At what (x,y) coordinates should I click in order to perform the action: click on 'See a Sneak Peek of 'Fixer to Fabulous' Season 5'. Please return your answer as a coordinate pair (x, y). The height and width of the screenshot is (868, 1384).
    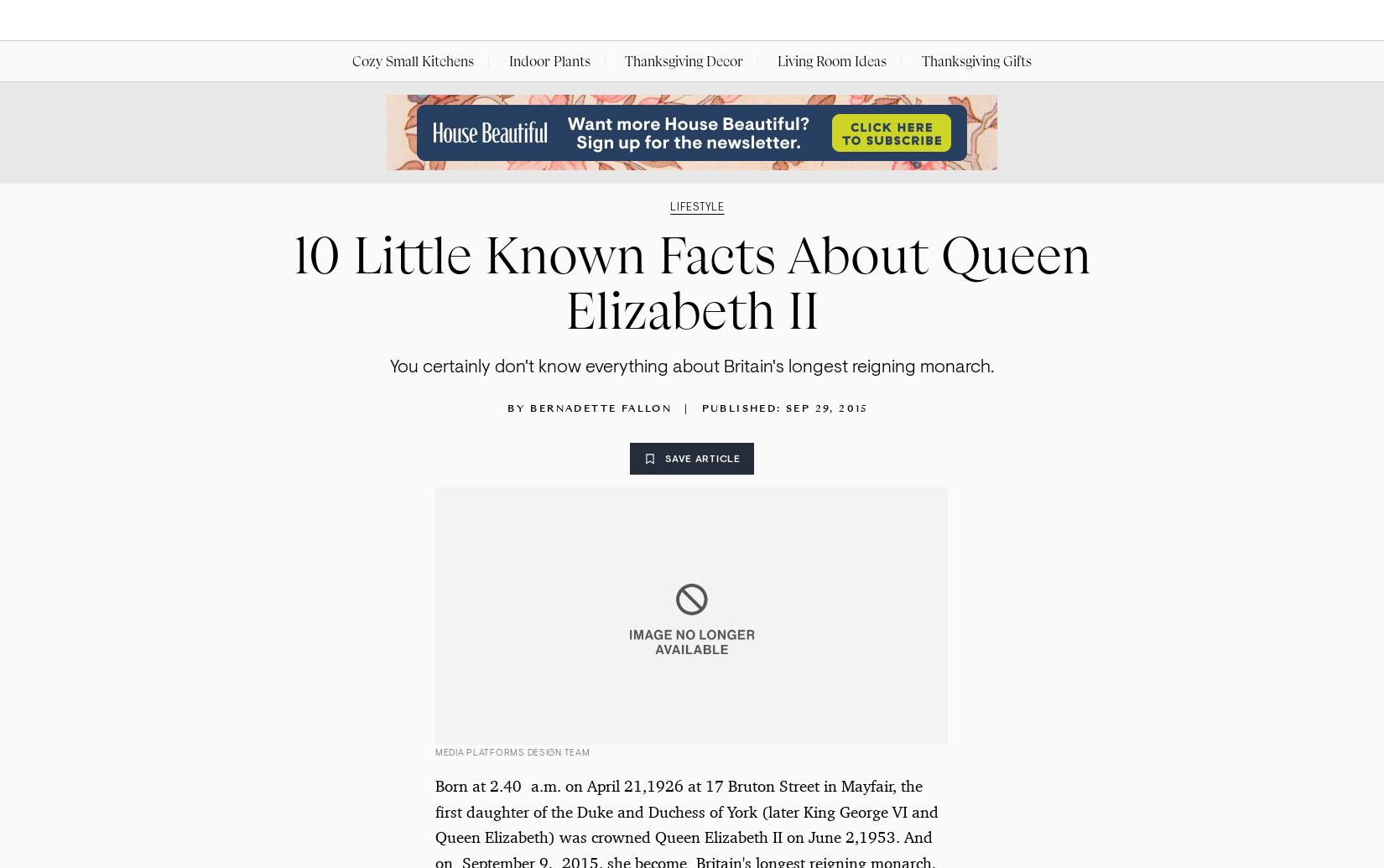
    Looking at the image, I should click on (315, 818).